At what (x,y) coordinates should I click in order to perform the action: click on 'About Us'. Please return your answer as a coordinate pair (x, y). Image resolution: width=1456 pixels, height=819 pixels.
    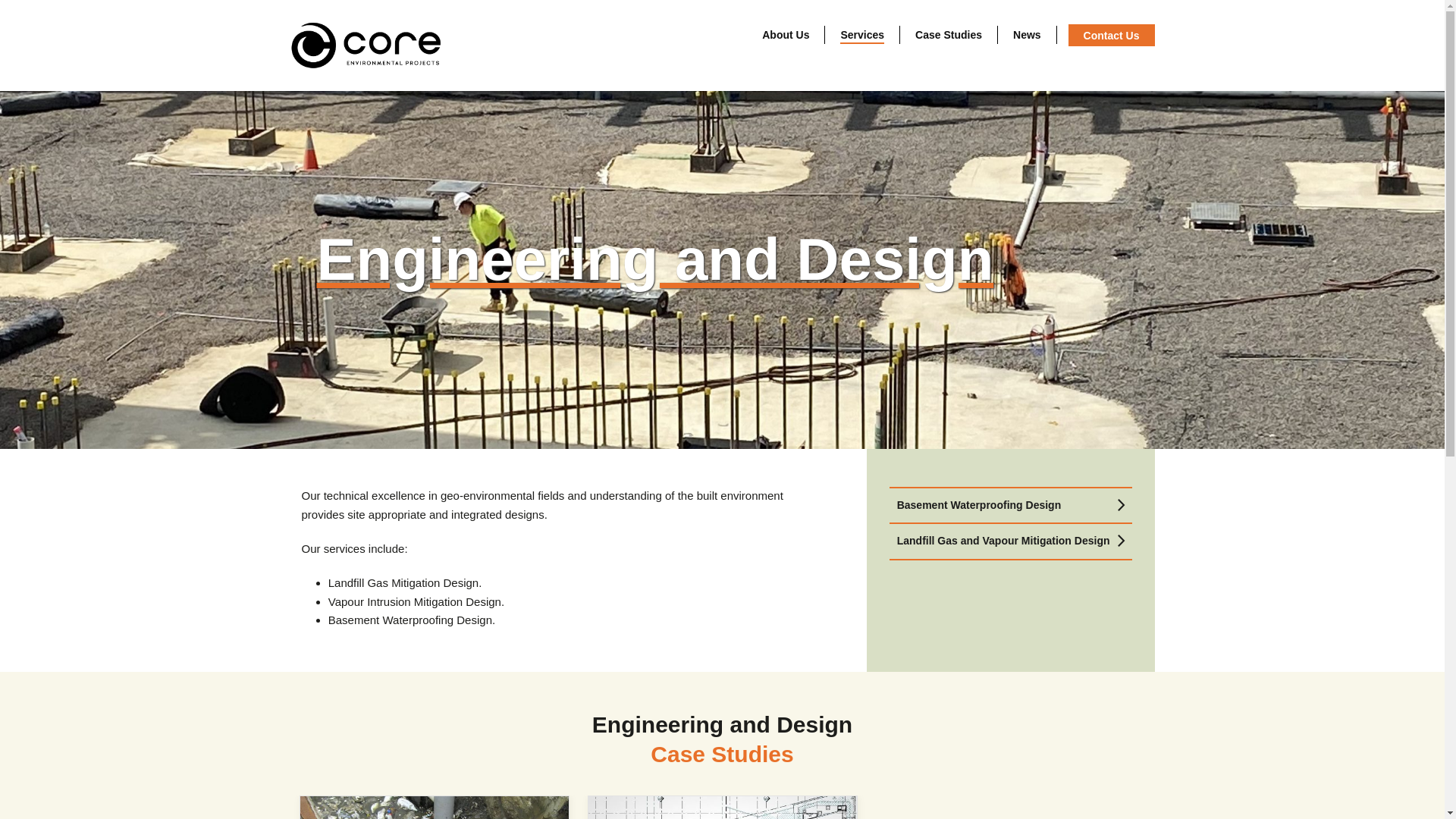
    Looking at the image, I should click on (786, 34).